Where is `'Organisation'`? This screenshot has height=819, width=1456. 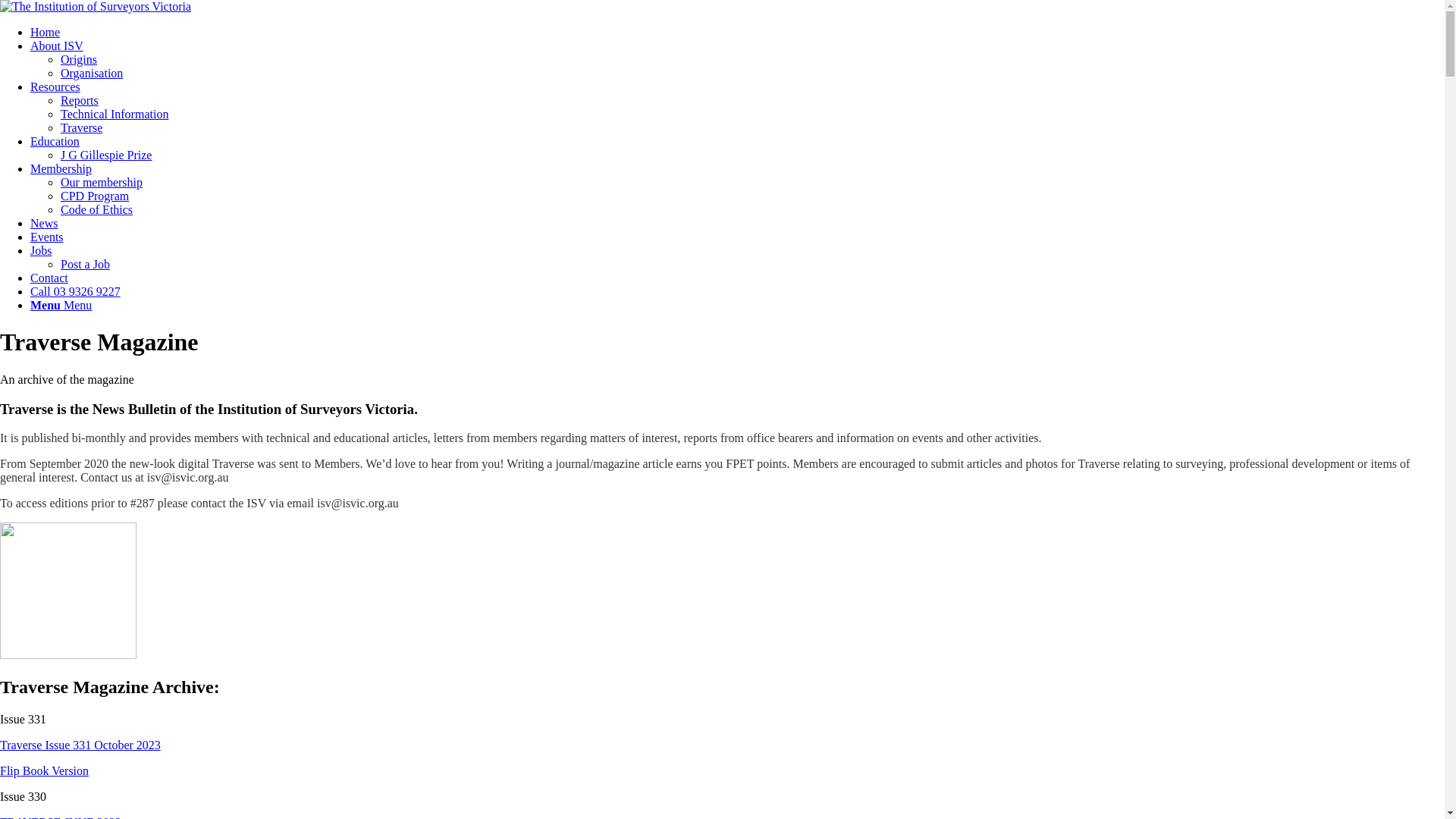
'Organisation' is located at coordinates (90, 73).